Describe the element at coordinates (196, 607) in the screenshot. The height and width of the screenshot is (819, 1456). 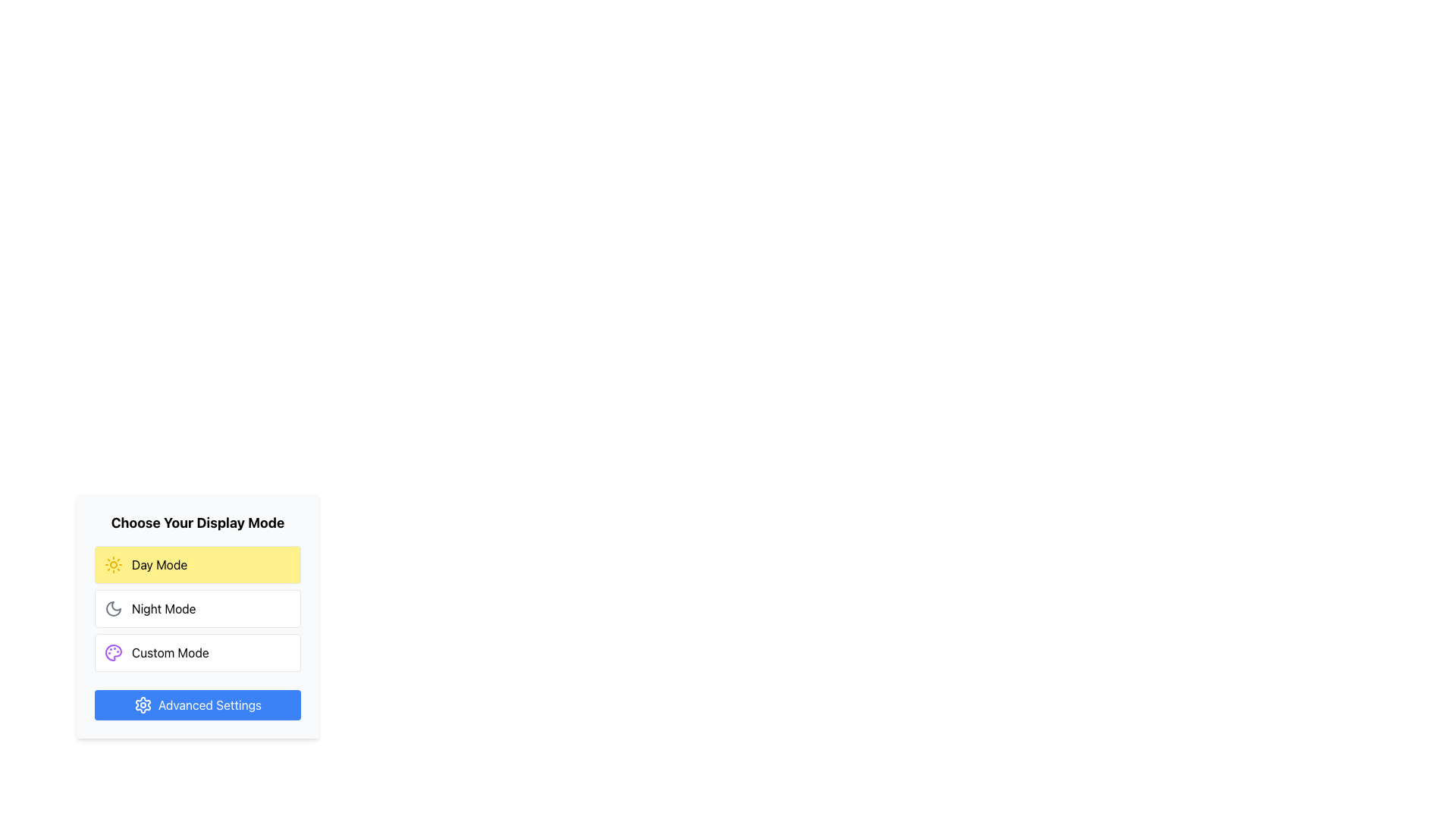
I see `the 'Night Mode' button, which is the second button in the column` at that location.